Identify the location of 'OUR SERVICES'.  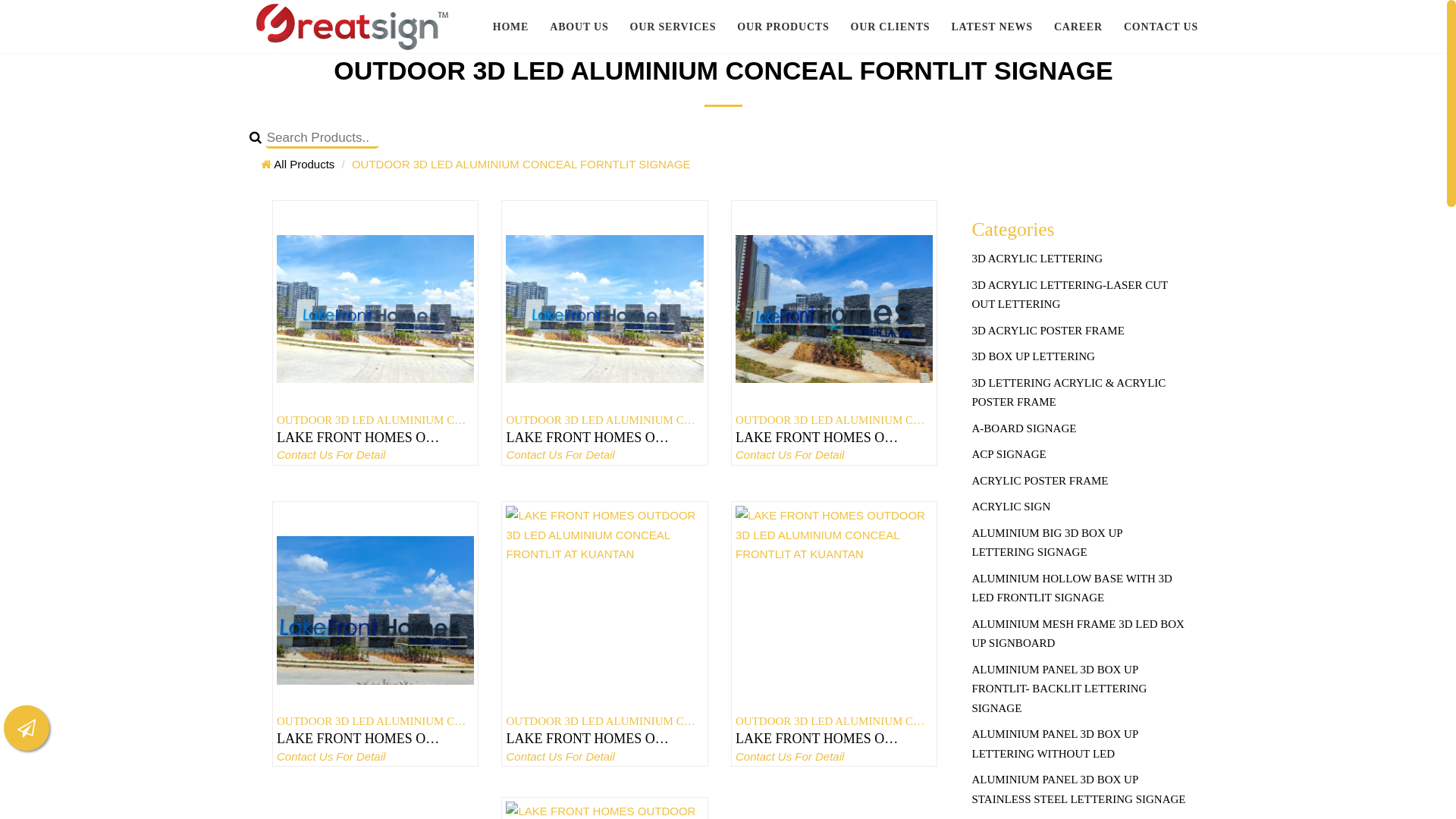
(673, 27).